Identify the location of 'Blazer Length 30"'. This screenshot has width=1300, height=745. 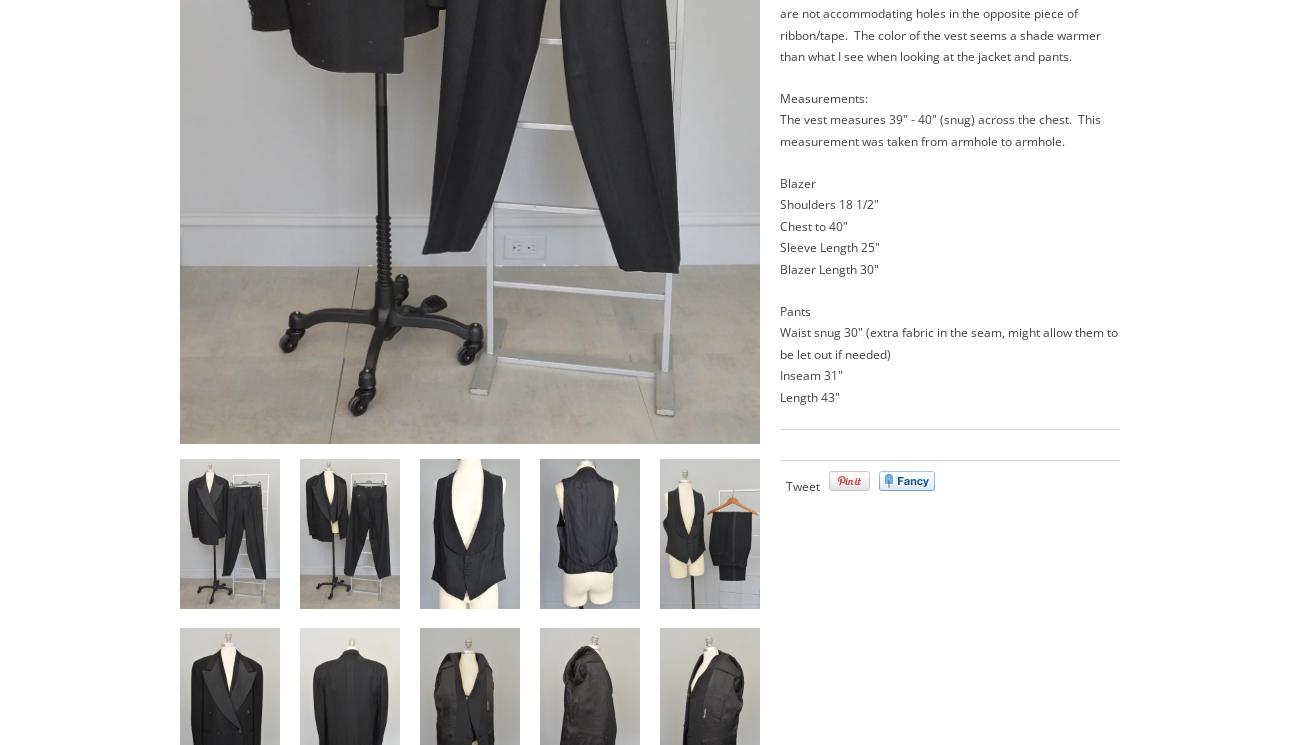
(829, 268).